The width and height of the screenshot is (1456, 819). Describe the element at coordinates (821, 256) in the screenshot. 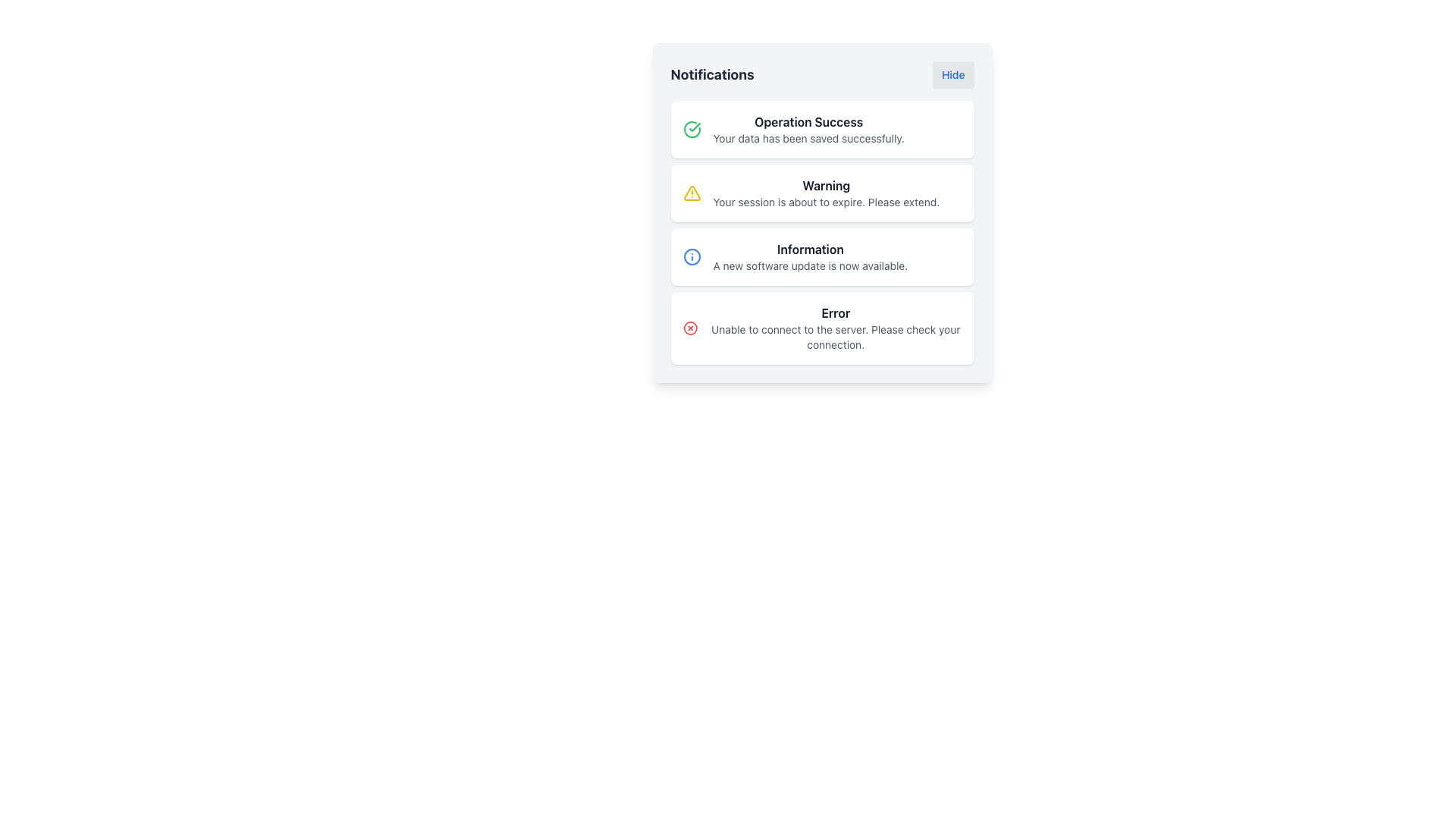

I see `the Notification card that informs the user about a new software update, positioned between the 'Warning' and 'Error' cards in the stack` at that location.